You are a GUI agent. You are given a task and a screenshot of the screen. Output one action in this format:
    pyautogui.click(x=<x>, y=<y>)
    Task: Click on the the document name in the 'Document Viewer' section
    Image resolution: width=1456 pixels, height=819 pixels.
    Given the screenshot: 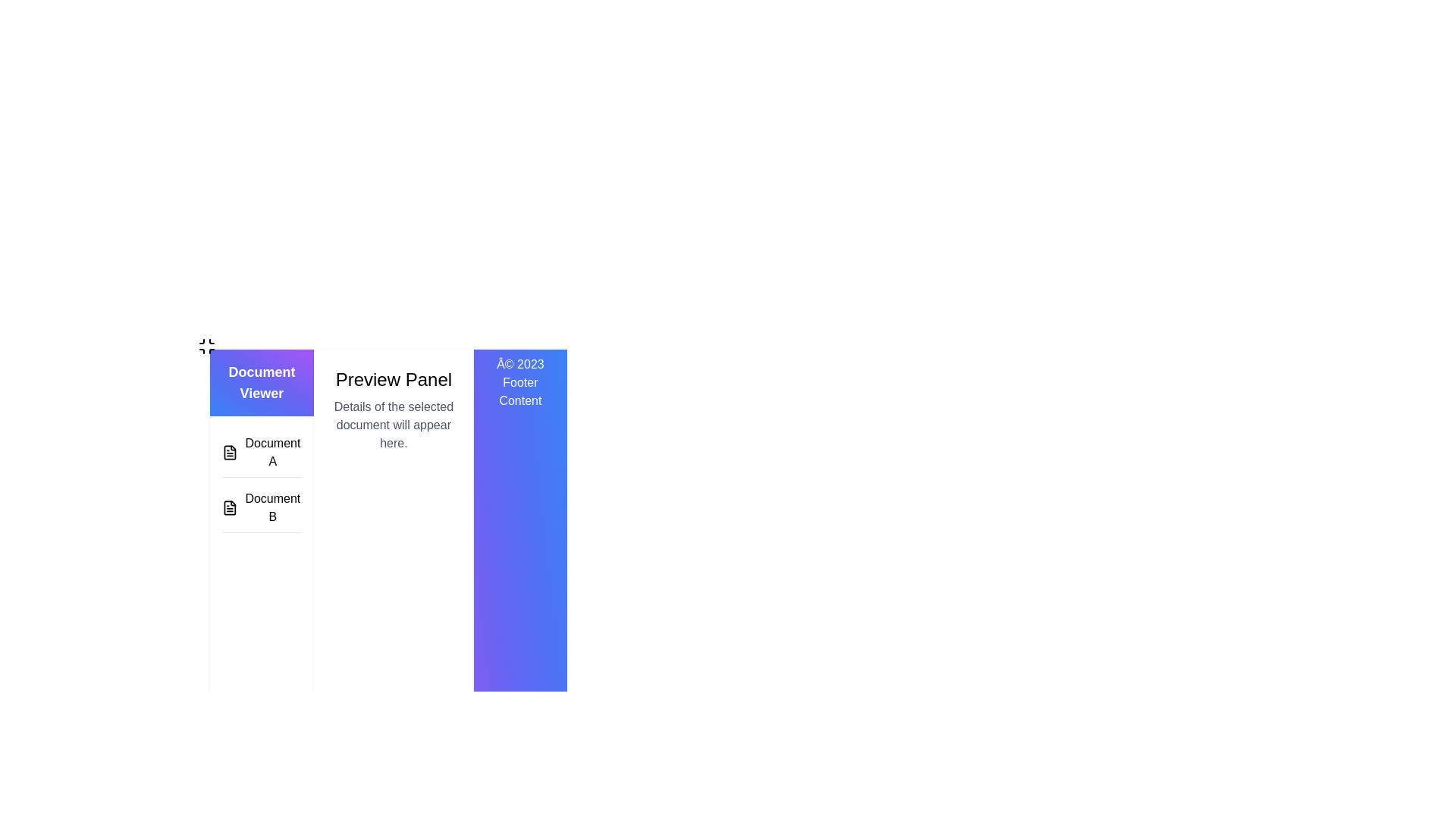 What is the action you would take?
    pyautogui.click(x=262, y=480)
    